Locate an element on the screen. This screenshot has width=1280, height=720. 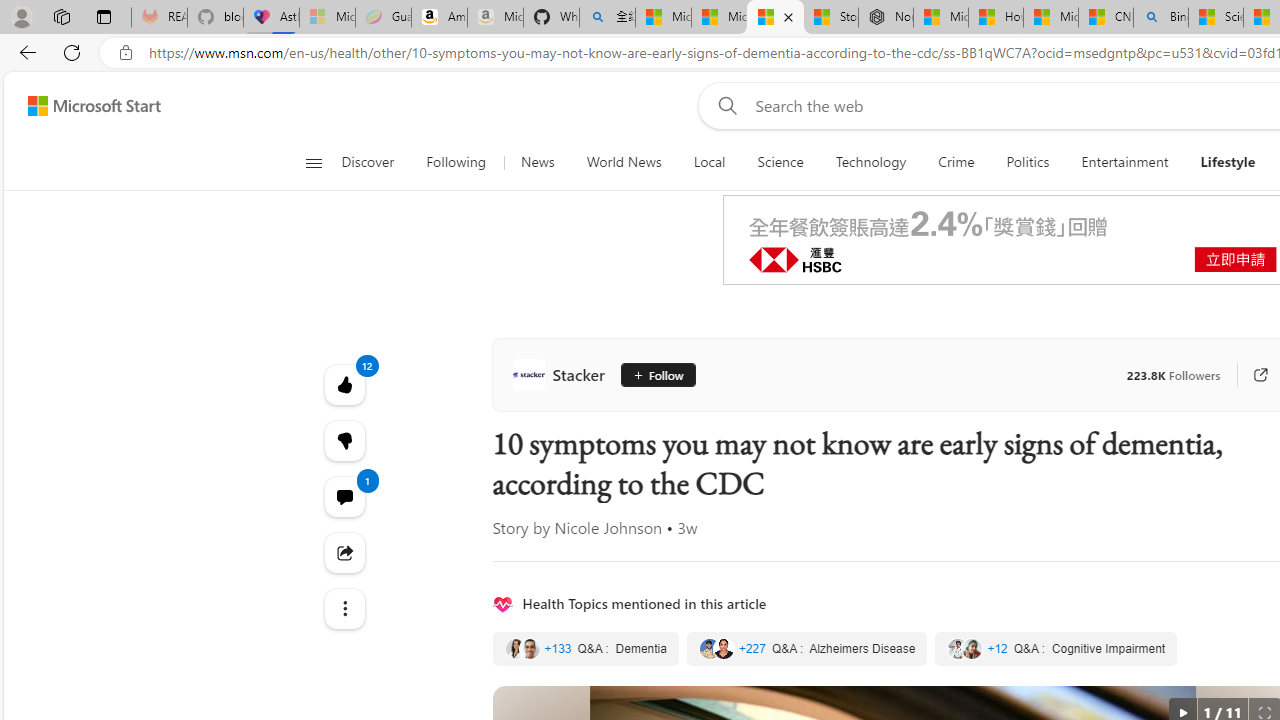
'Cognitive Impairment' is located at coordinates (1055, 649).